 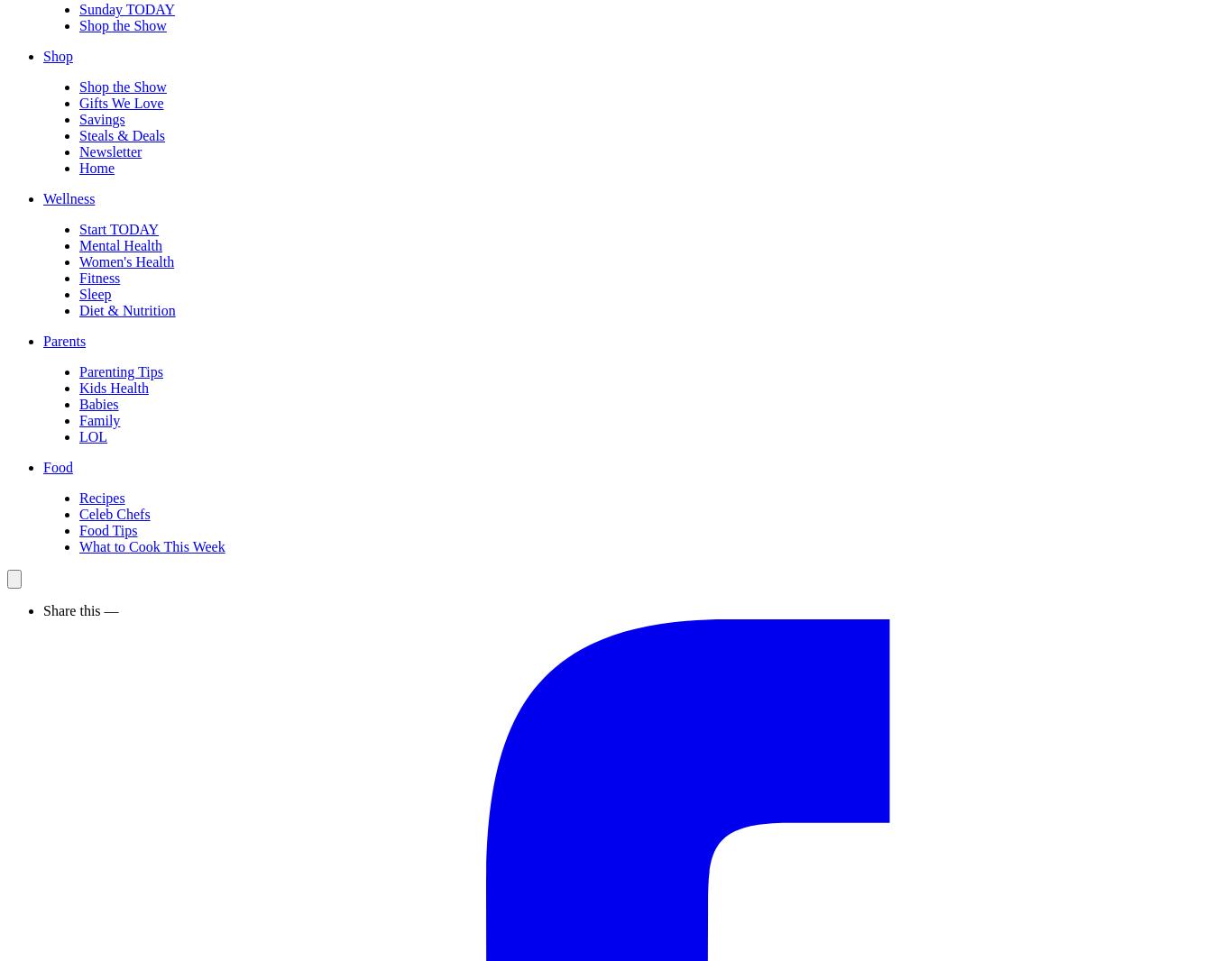 What do you see at coordinates (98, 404) in the screenshot?
I see `'Babies'` at bounding box center [98, 404].